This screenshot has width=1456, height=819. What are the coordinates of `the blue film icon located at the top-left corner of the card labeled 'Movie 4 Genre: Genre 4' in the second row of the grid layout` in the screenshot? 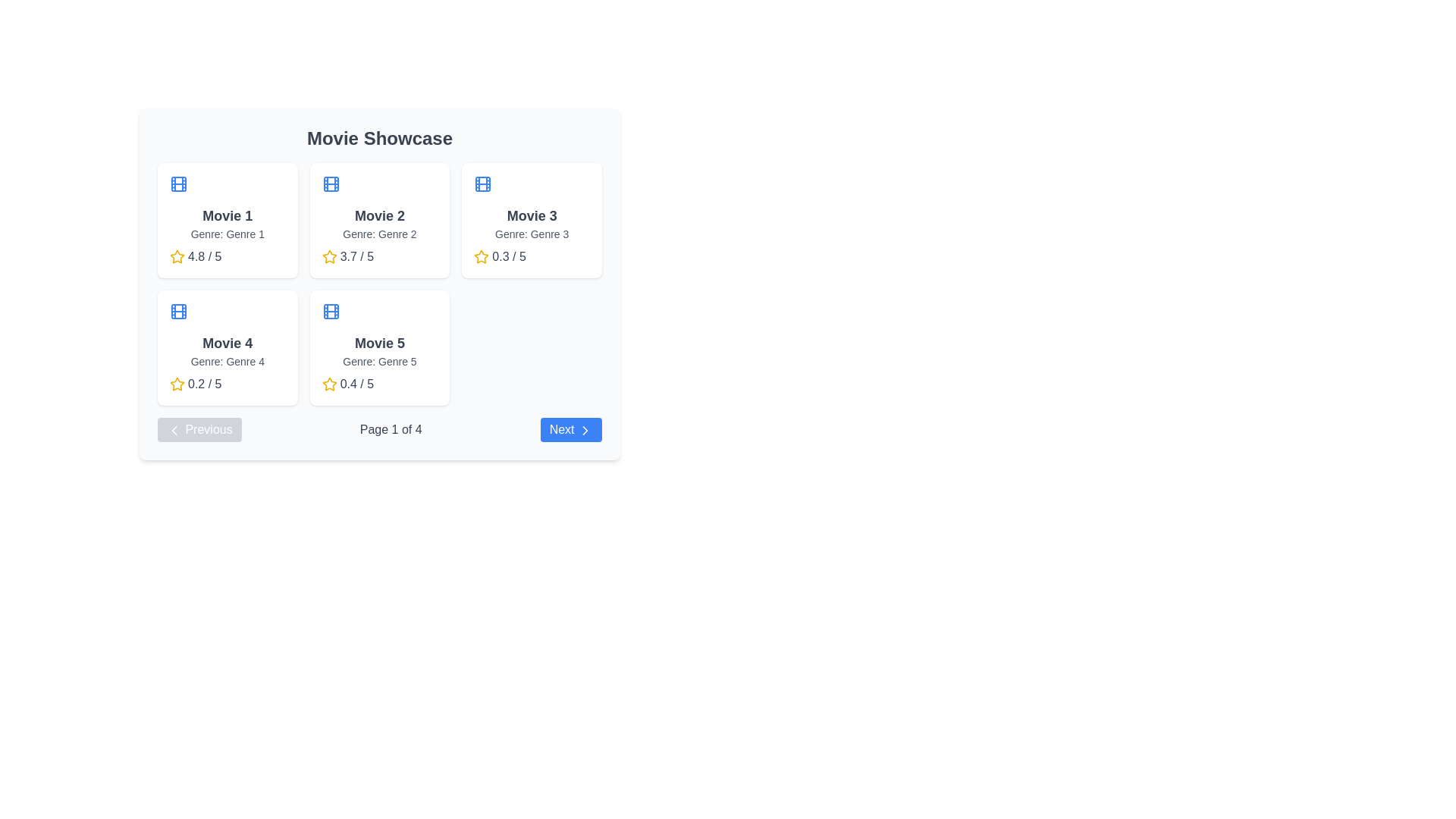 It's located at (178, 311).